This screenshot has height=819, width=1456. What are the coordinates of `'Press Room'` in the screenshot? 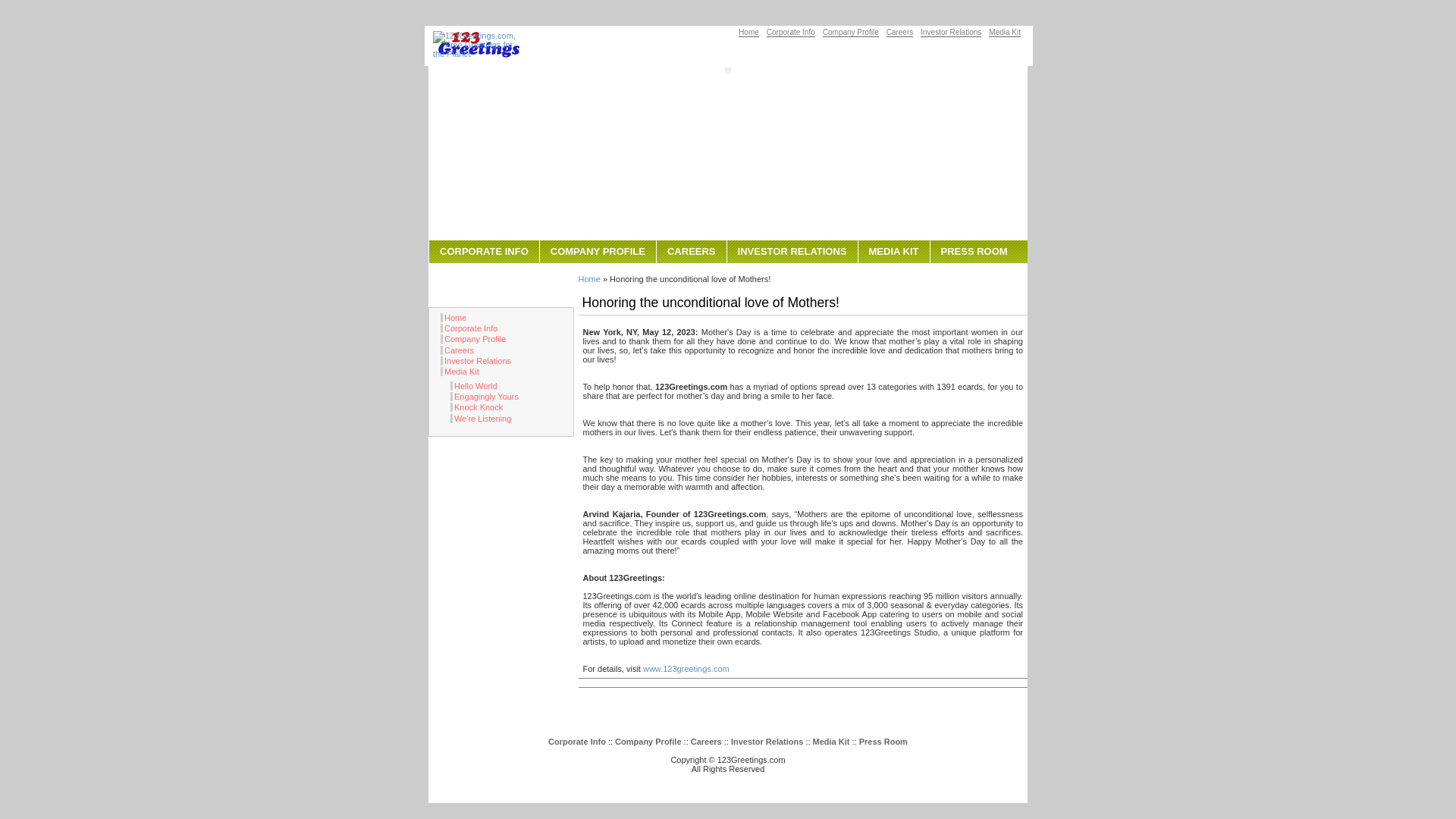 It's located at (883, 741).